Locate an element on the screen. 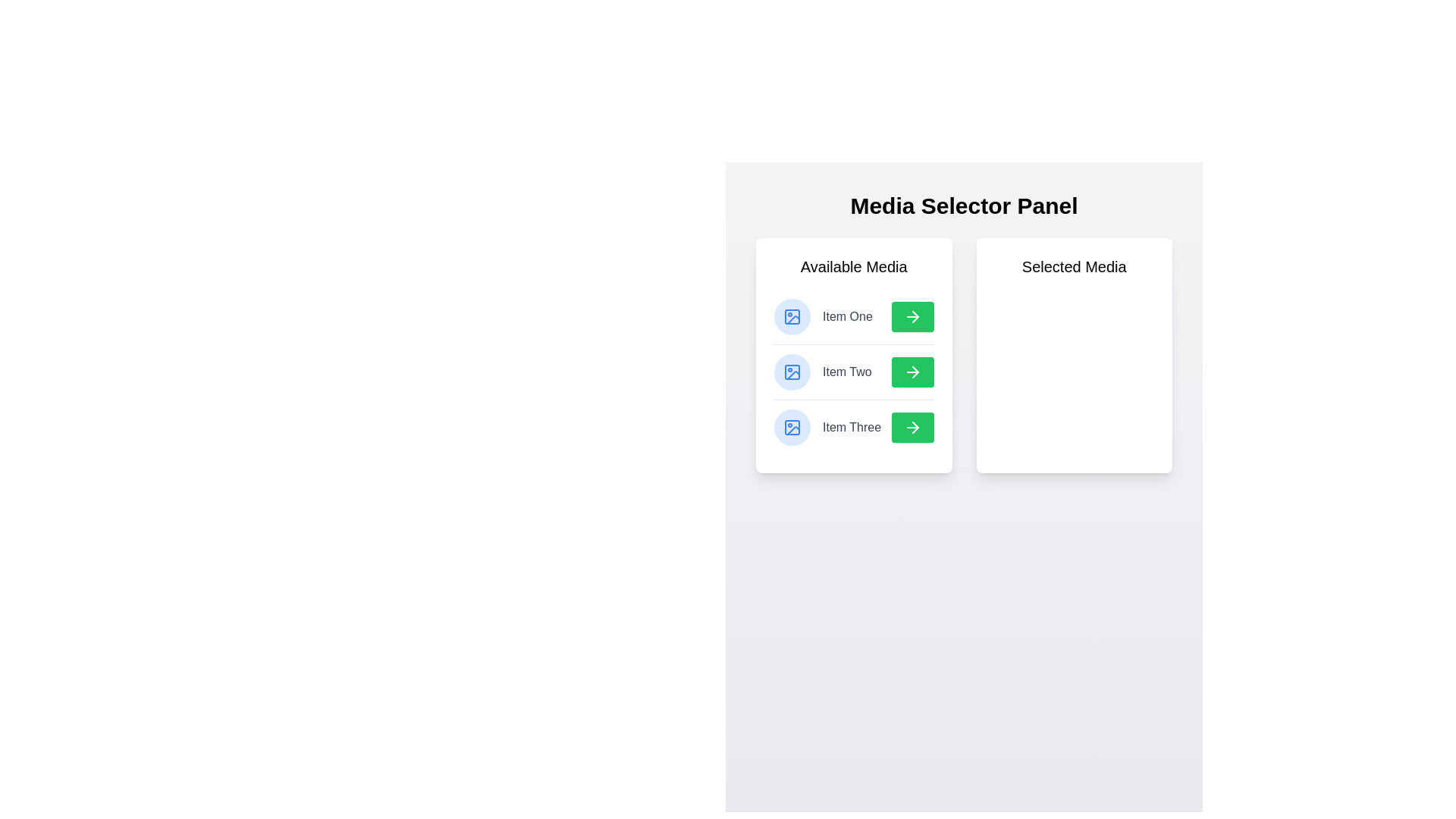 This screenshot has height=819, width=1456. the right-arrow icon embedded within the button next to 'Item One' is located at coordinates (912, 315).